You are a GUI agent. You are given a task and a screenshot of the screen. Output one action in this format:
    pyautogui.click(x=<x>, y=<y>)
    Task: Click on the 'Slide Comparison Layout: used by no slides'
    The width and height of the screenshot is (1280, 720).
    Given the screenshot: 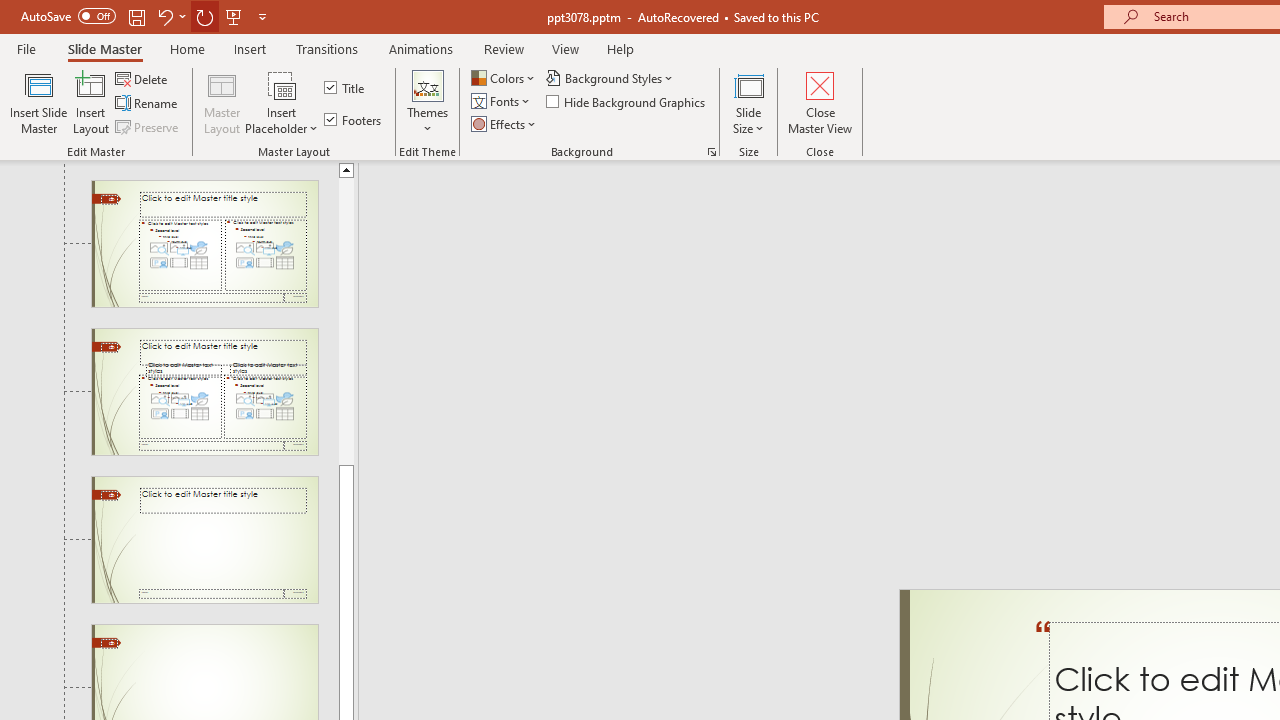 What is the action you would take?
    pyautogui.click(x=204, y=392)
    